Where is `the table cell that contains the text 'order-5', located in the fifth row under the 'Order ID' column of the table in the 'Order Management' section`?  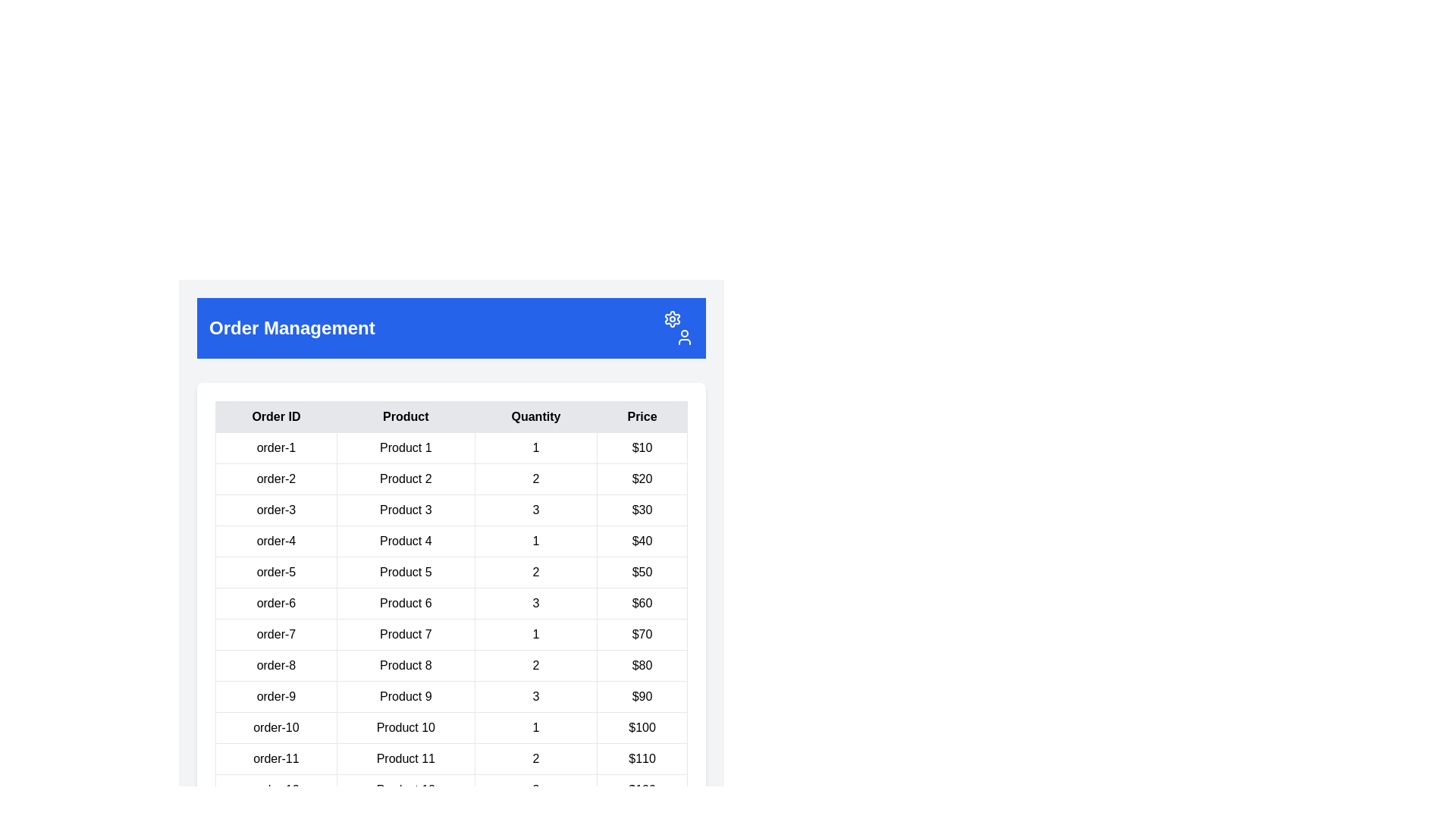
the table cell that contains the text 'order-5', located in the fifth row under the 'Order ID' column of the table in the 'Order Management' section is located at coordinates (276, 573).